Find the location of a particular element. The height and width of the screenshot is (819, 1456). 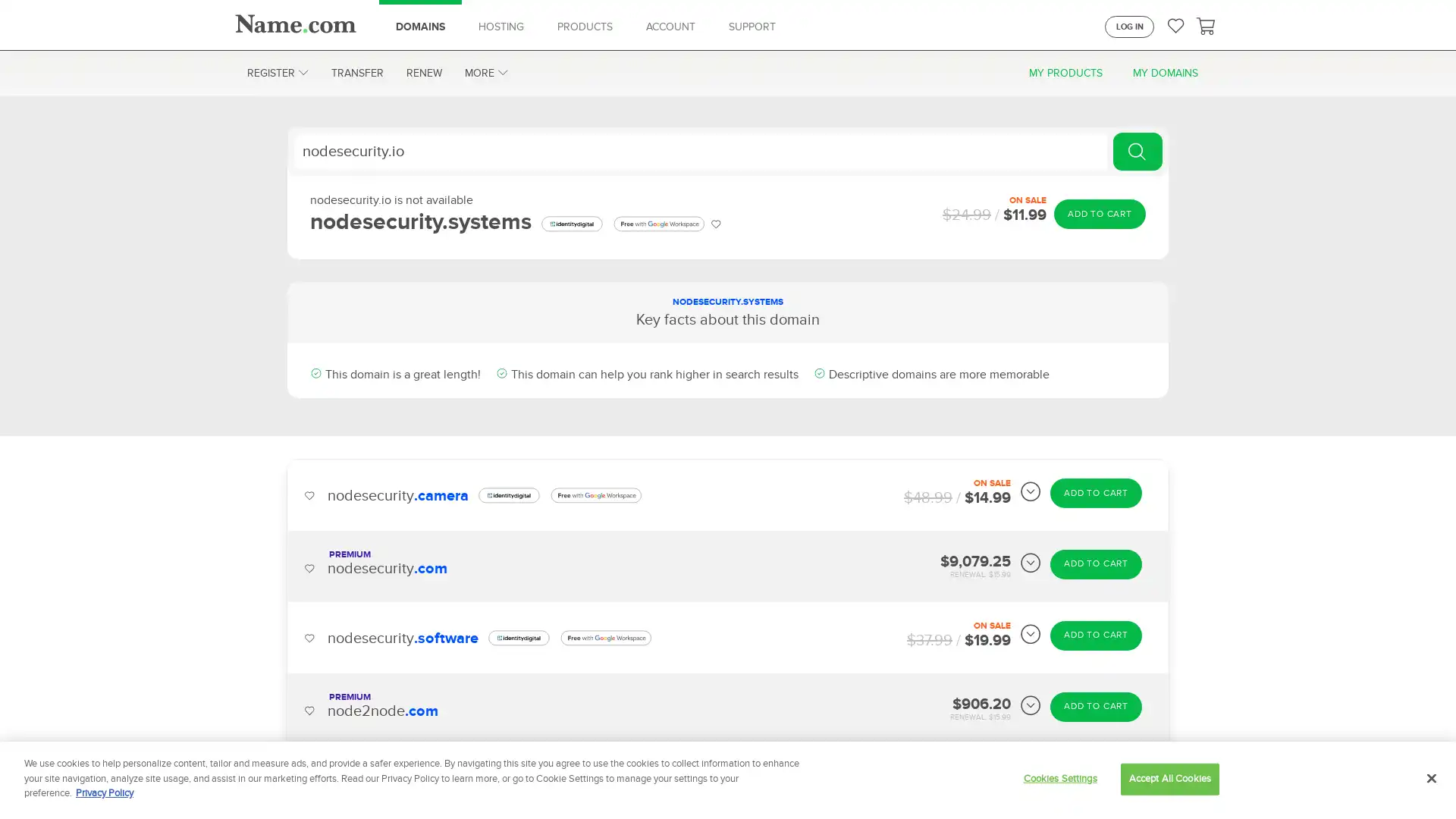

ADD TO CART is located at coordinates (1096, 635).